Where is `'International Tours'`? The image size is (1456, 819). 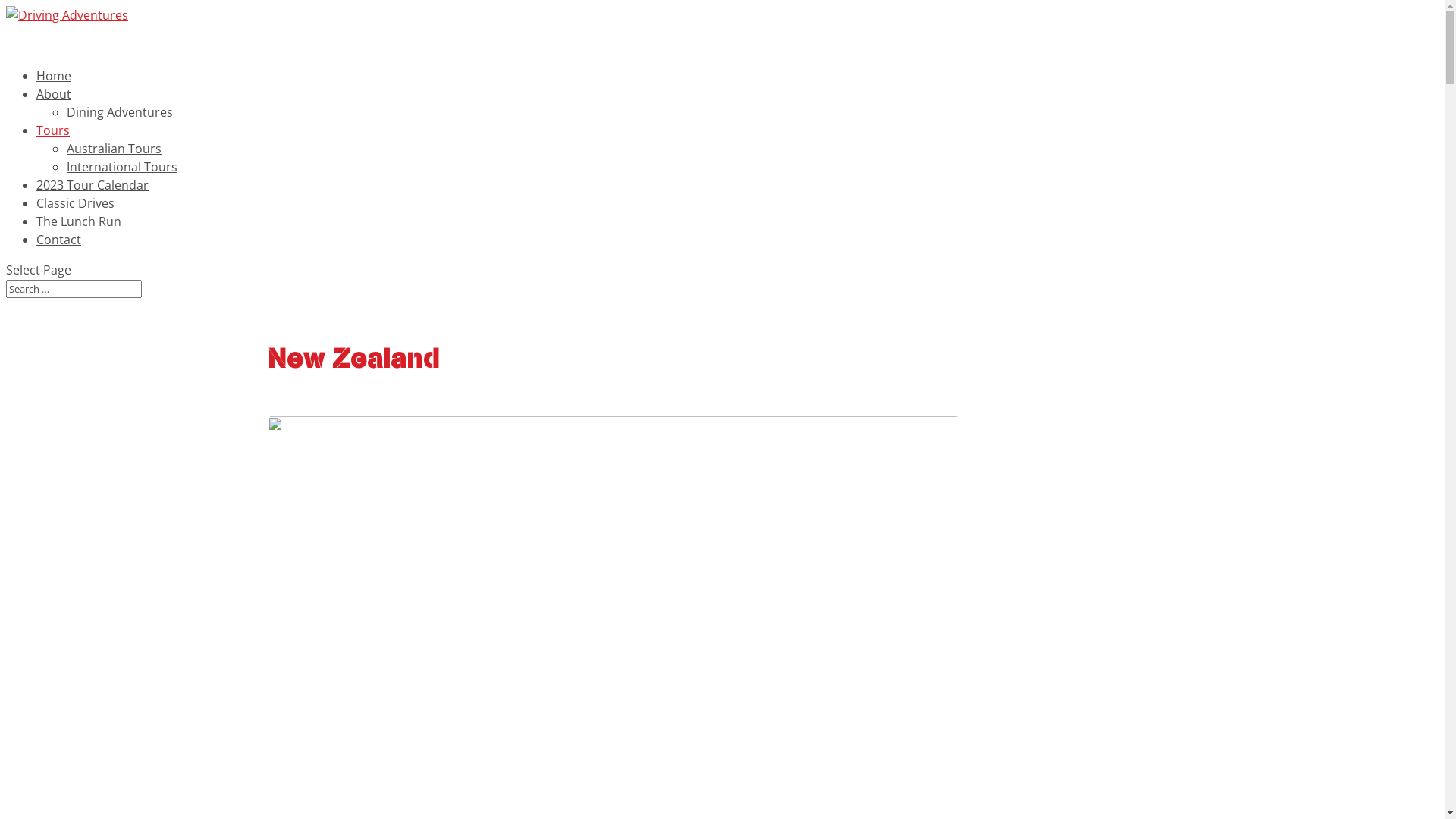
'International Tours' is located at coordinates (122, 166).